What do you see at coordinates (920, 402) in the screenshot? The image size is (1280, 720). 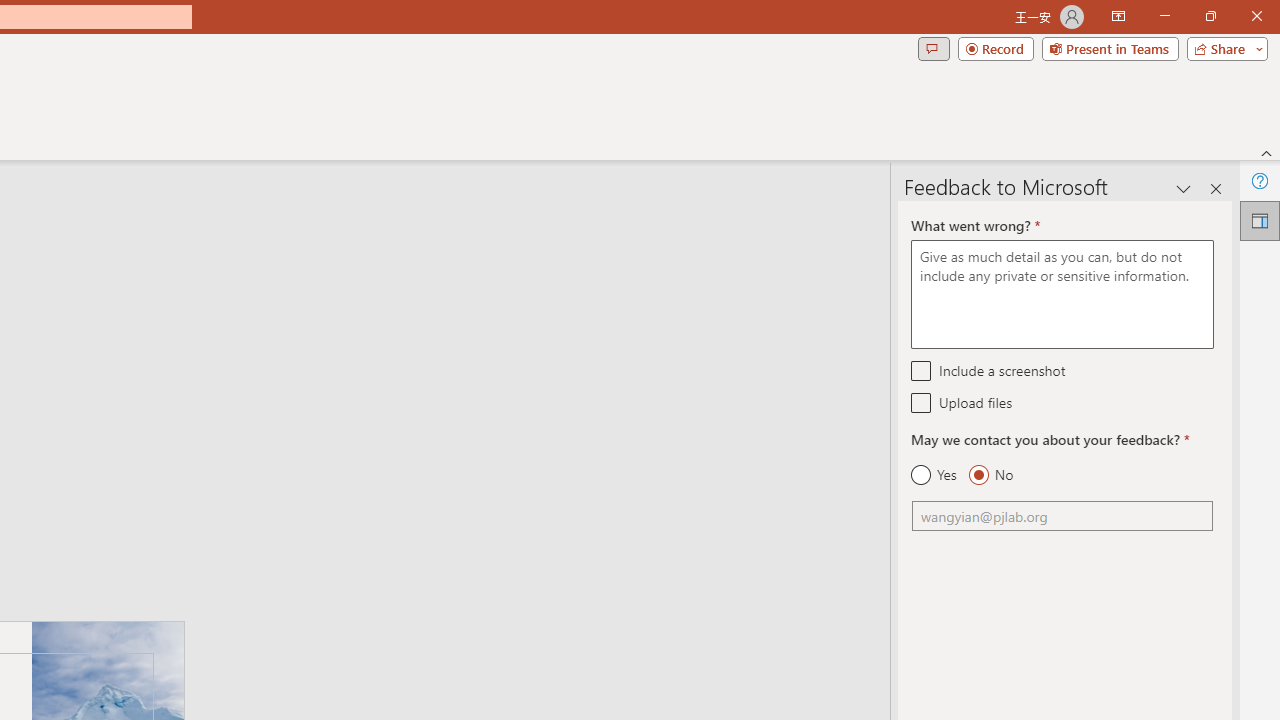 I see `'Upload files'` at bounding box center [920, 402].